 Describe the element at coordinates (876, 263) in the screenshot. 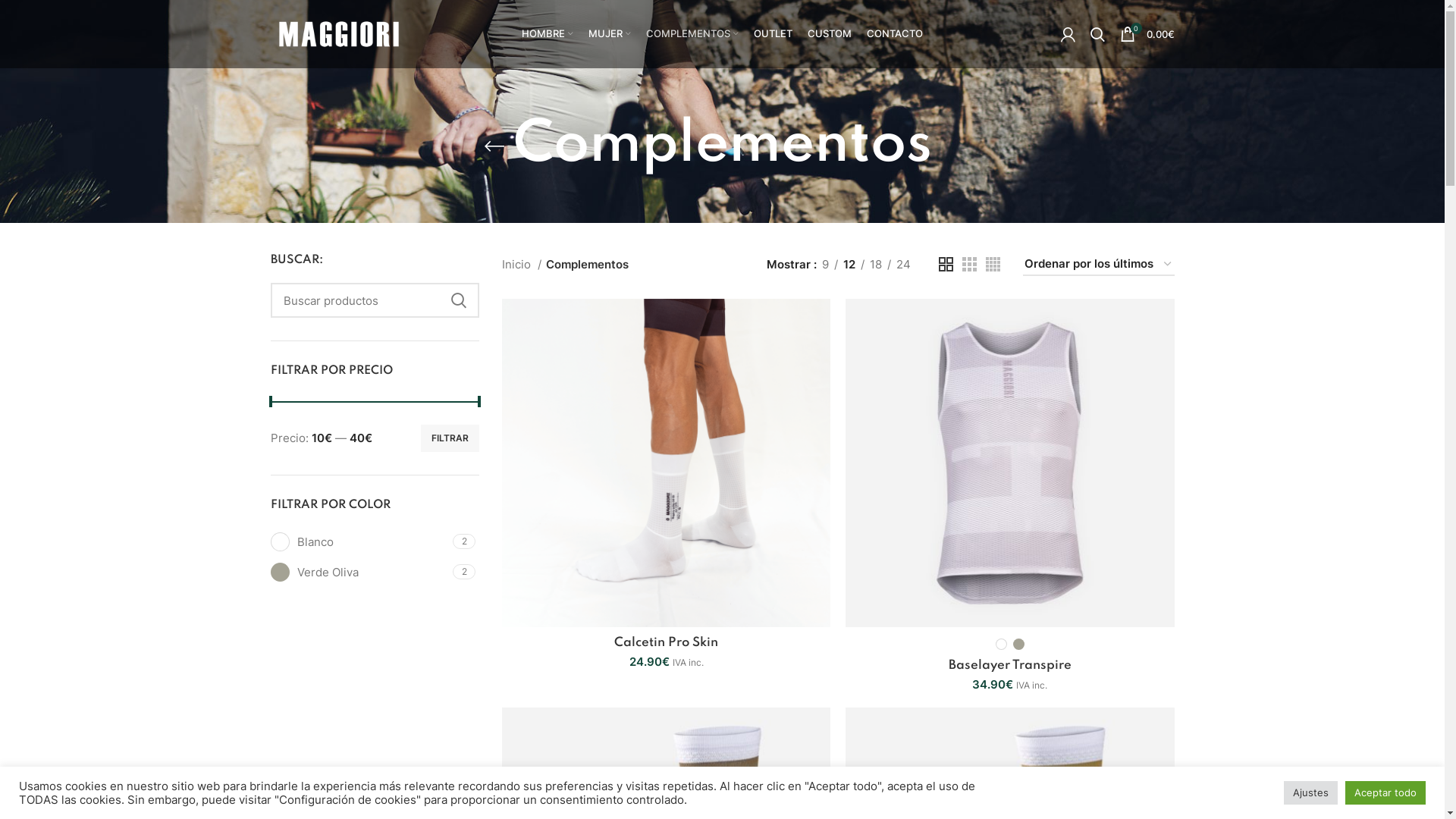

I see `'18'` at that location.